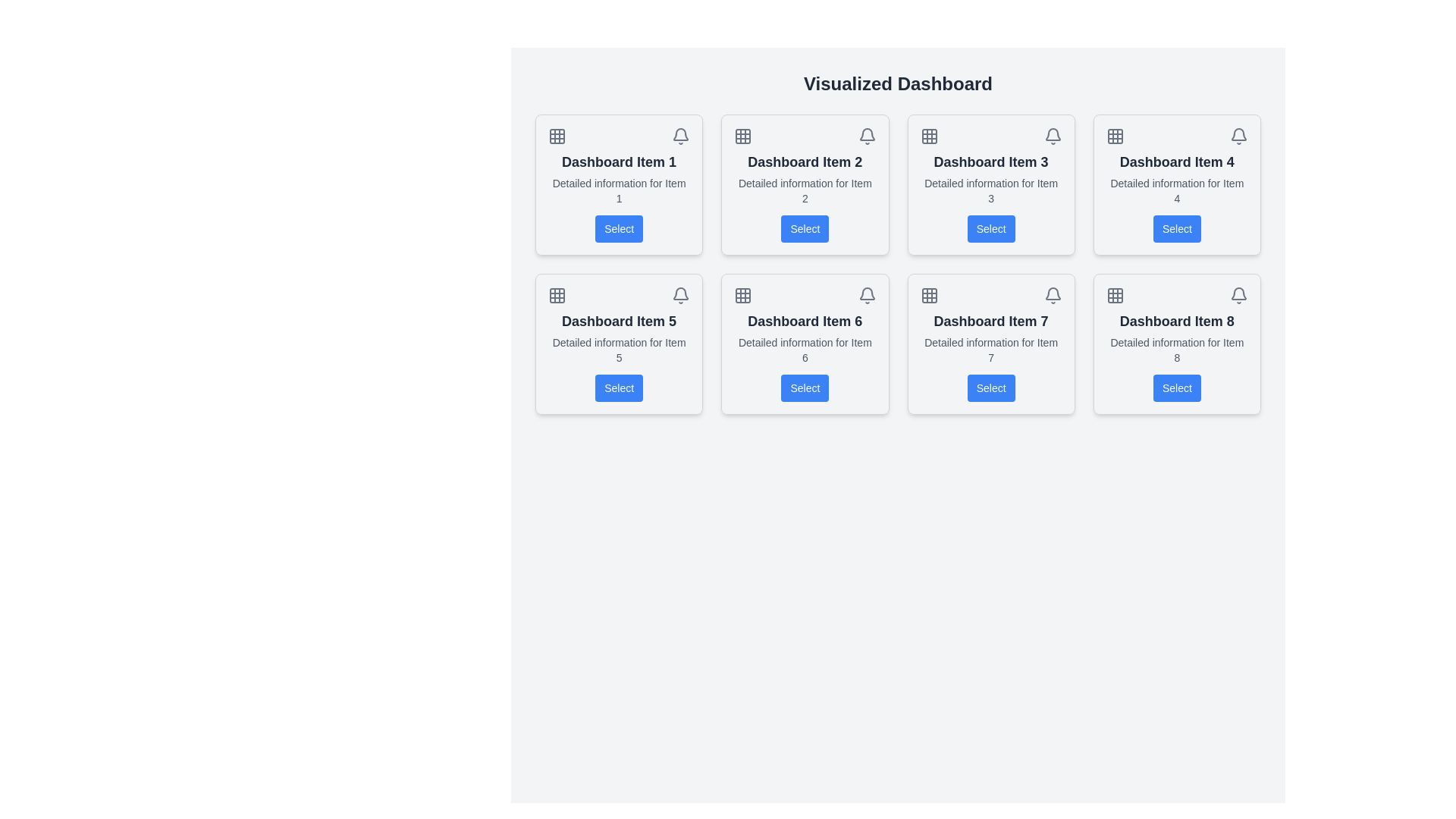 Image resolution: width=1456 pixels, height=819 pixels. What do you see at coordinates (1176, 350) in the screenshot?
I see `the informational text in 'Dashboard Item 8' which is centrally aligned below the heading and above the 'Select' button` at bounding box center [1176, 350].